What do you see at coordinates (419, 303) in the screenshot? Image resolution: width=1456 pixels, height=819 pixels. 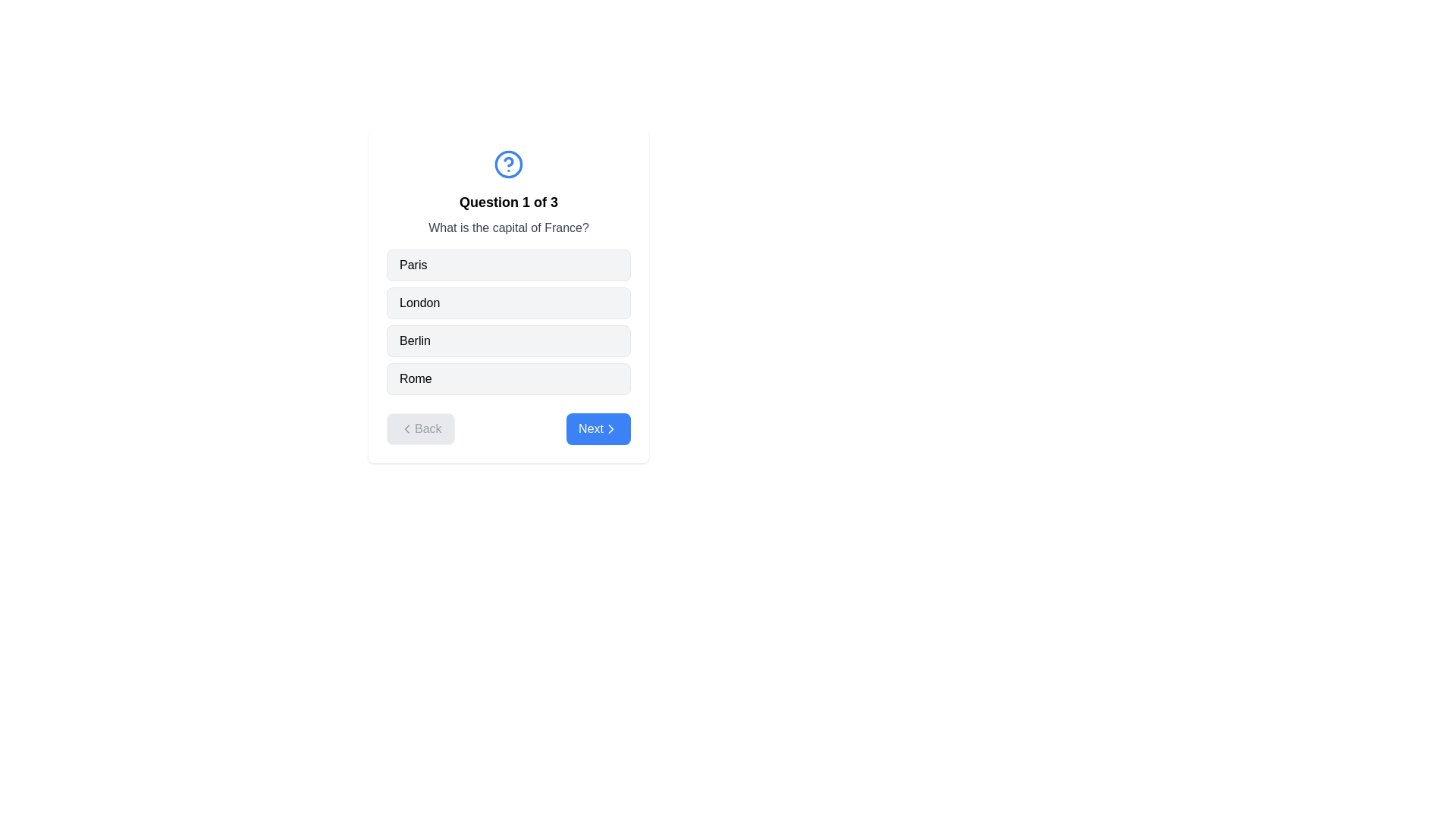 I see `the text that is the second selectable option in the vertical list under the question 'What is the capital of France?'` at bounding box center [419, 303].